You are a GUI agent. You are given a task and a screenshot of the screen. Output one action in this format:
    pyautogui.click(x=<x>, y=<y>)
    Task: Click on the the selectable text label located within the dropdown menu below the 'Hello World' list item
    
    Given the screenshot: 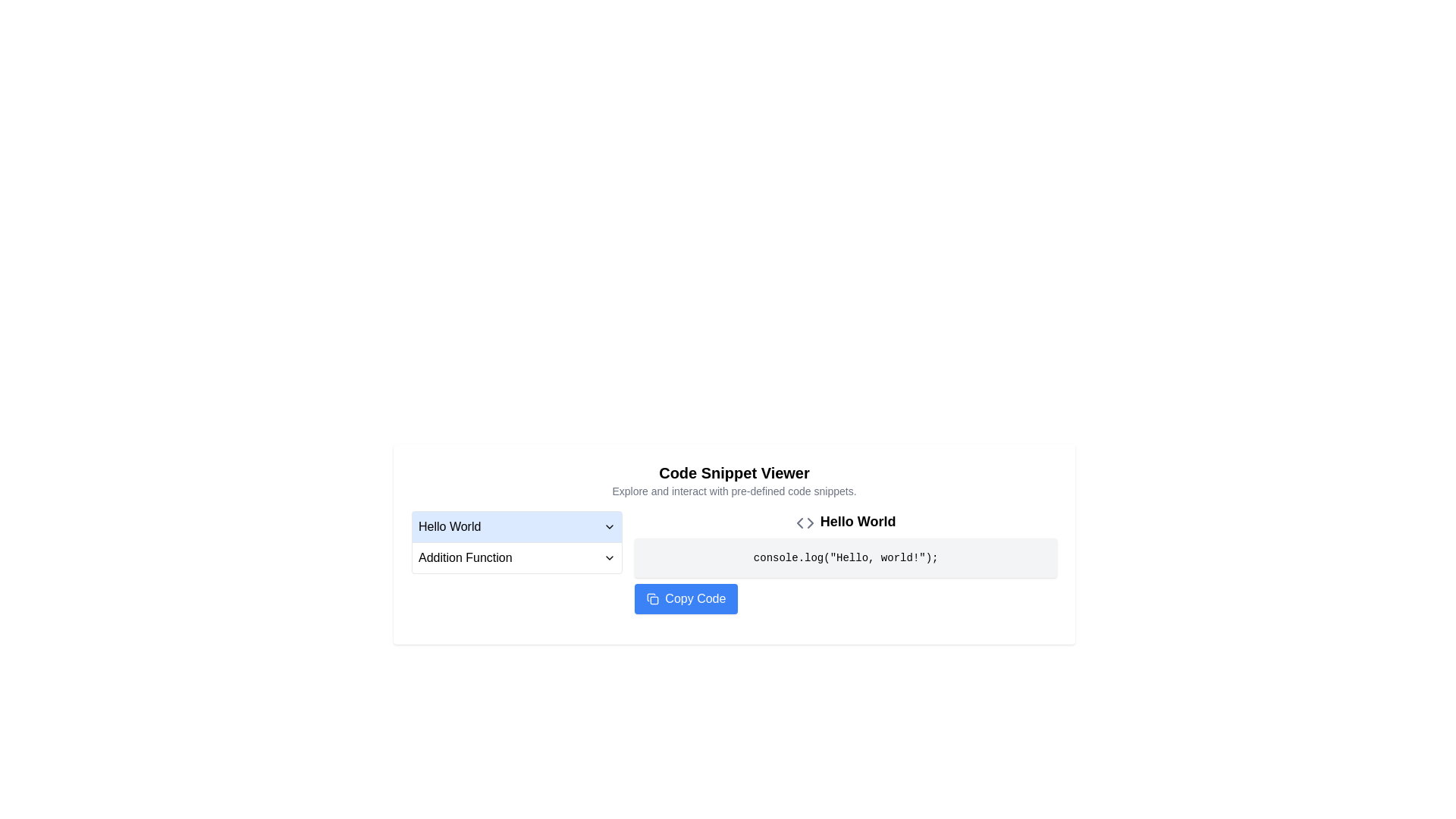 What is the action you would take?
    pyautogui.click(x=464, y=558)
    